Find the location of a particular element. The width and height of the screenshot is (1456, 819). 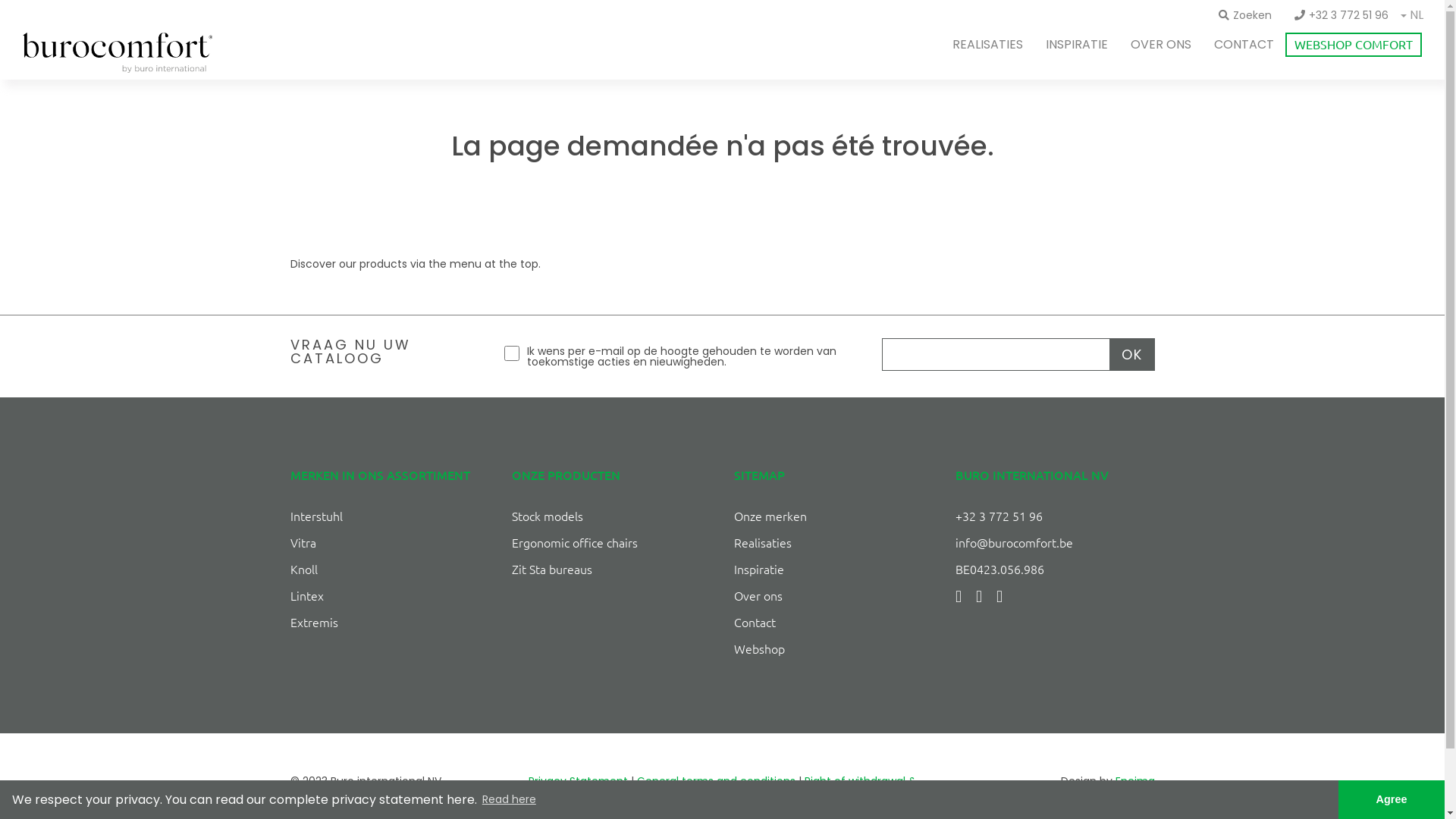

'Privacy Statement' is located at coordinates (528, 780).